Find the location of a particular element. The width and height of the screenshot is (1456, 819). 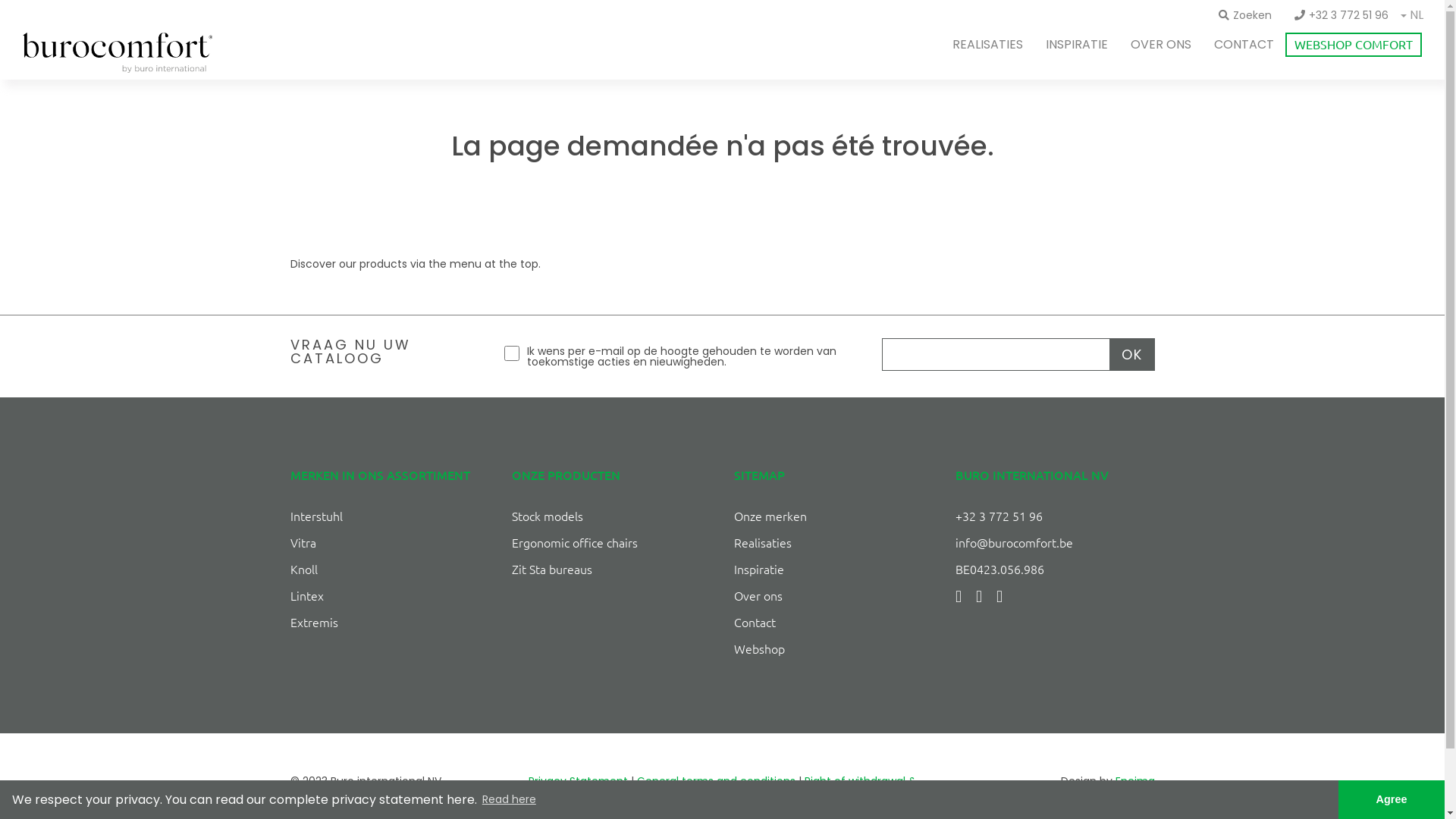

'Privacy Statement' is located at coordinates (528, 780).